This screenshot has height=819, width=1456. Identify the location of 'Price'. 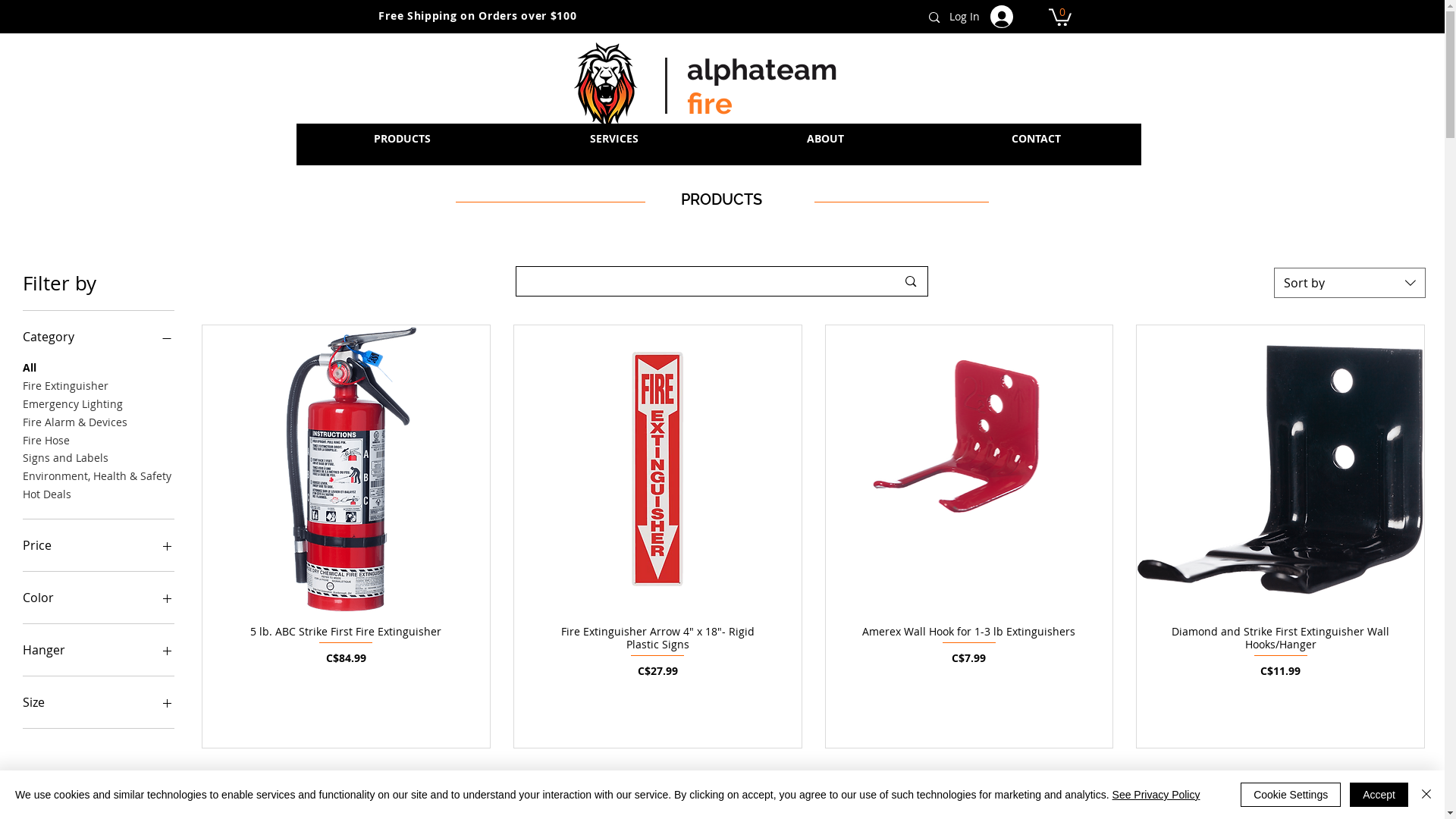
(97, 544).